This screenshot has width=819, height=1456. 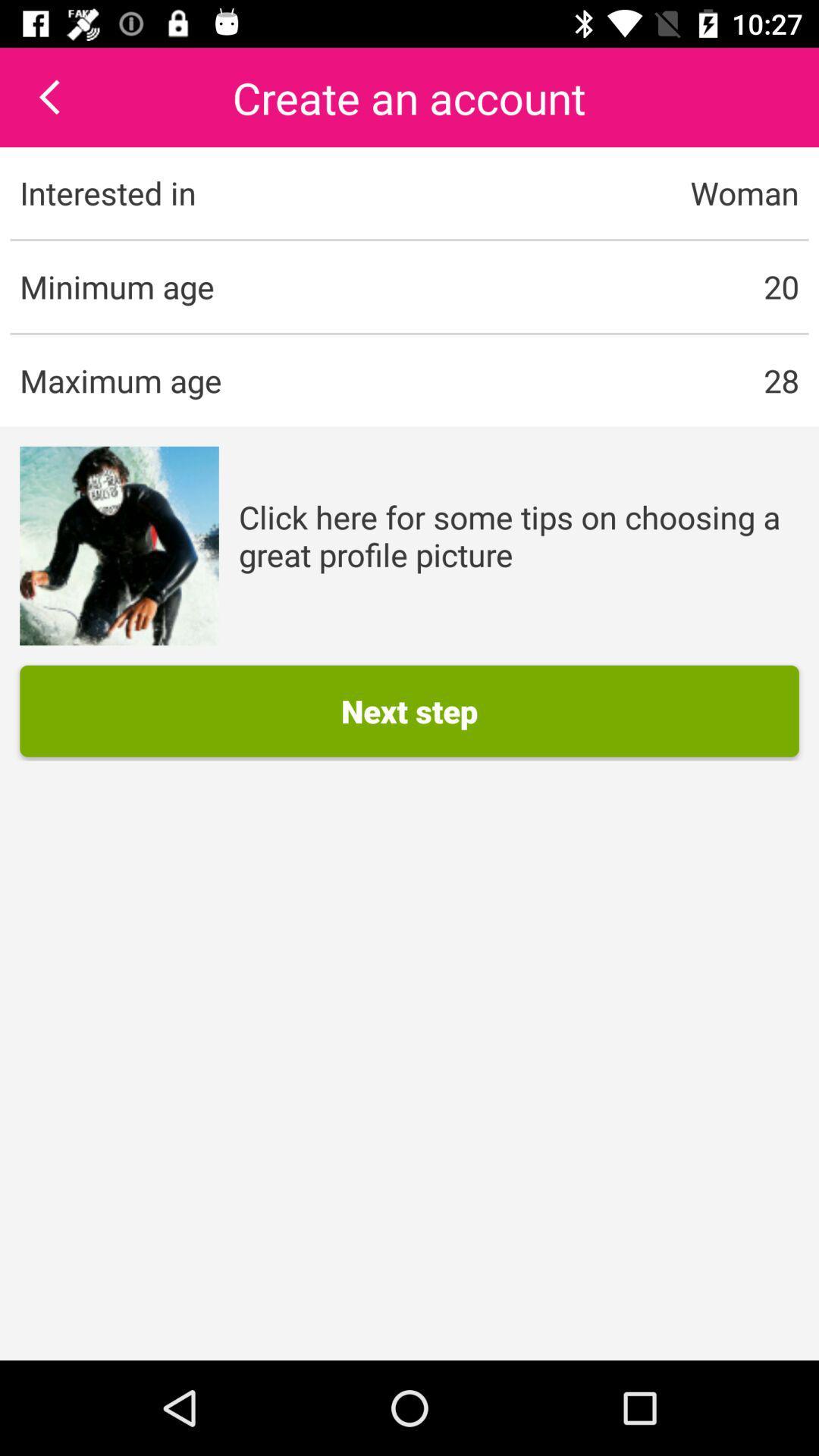 I want to click on icon to the left of click here for item, so click(x=118, y=546).